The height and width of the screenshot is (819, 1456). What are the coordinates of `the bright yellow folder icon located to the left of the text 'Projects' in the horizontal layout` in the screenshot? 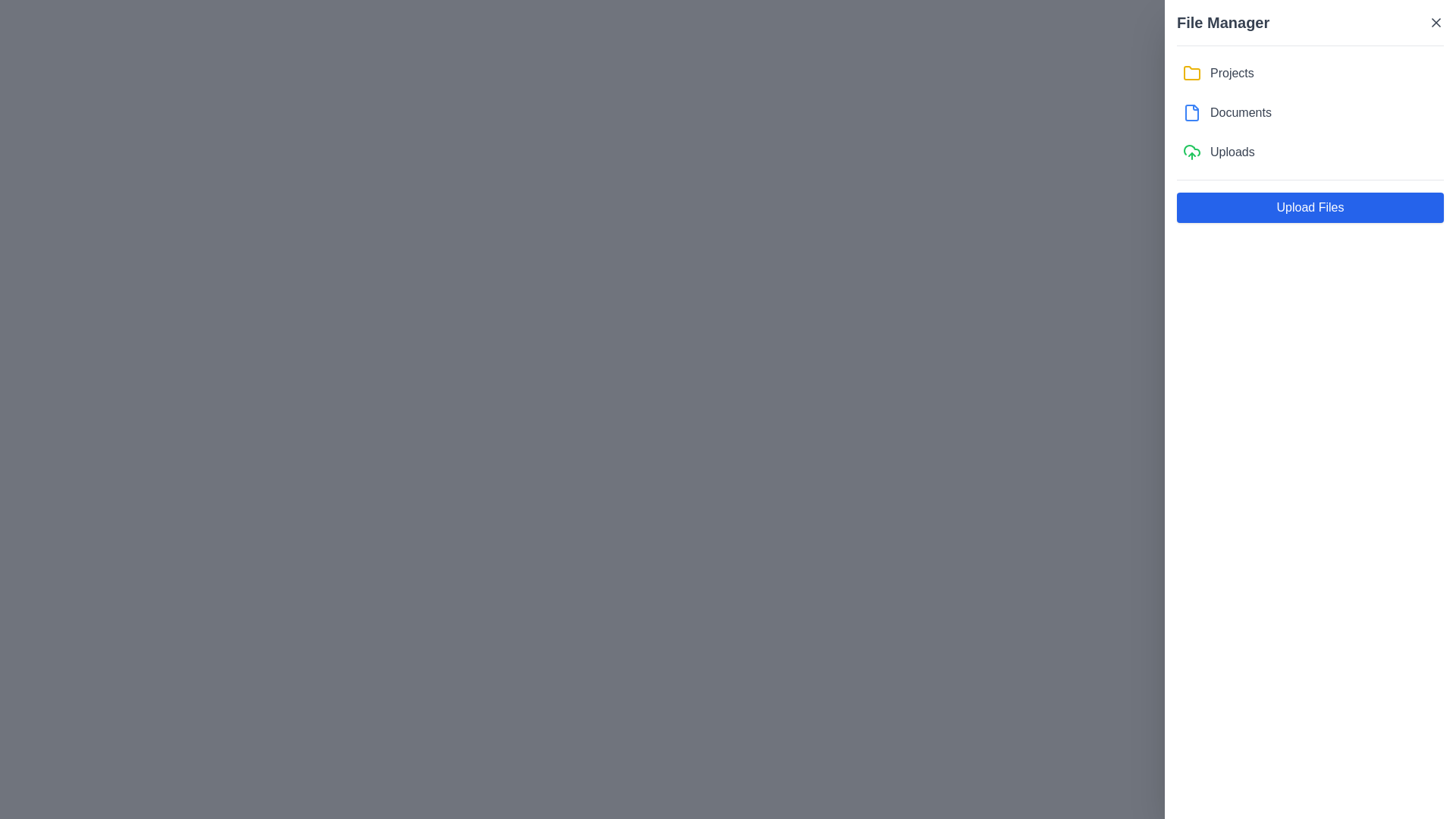 It's located at (1191, 73).